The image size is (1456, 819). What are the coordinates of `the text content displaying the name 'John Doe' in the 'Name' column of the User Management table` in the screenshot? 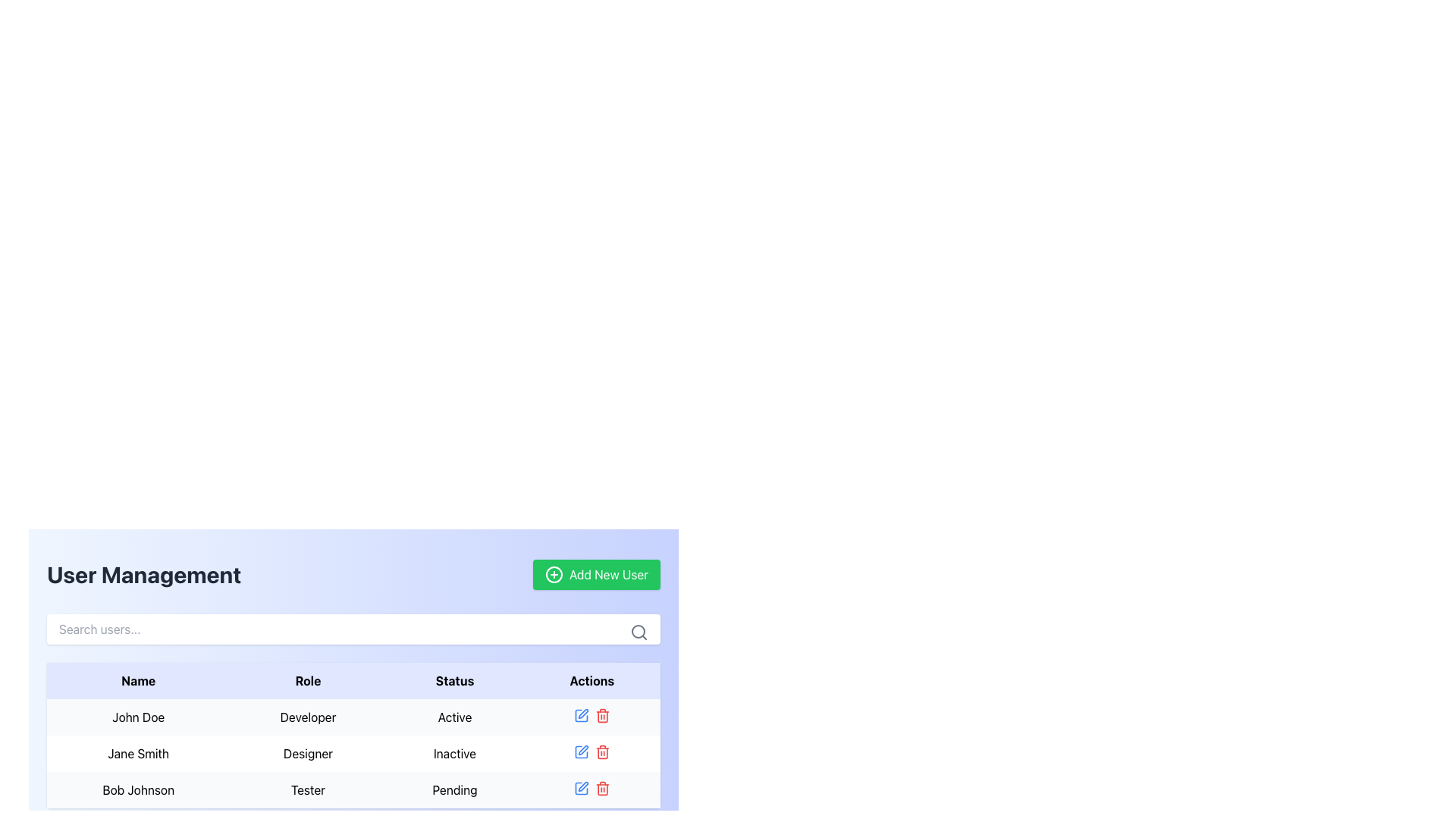 It's located at (138, 717).